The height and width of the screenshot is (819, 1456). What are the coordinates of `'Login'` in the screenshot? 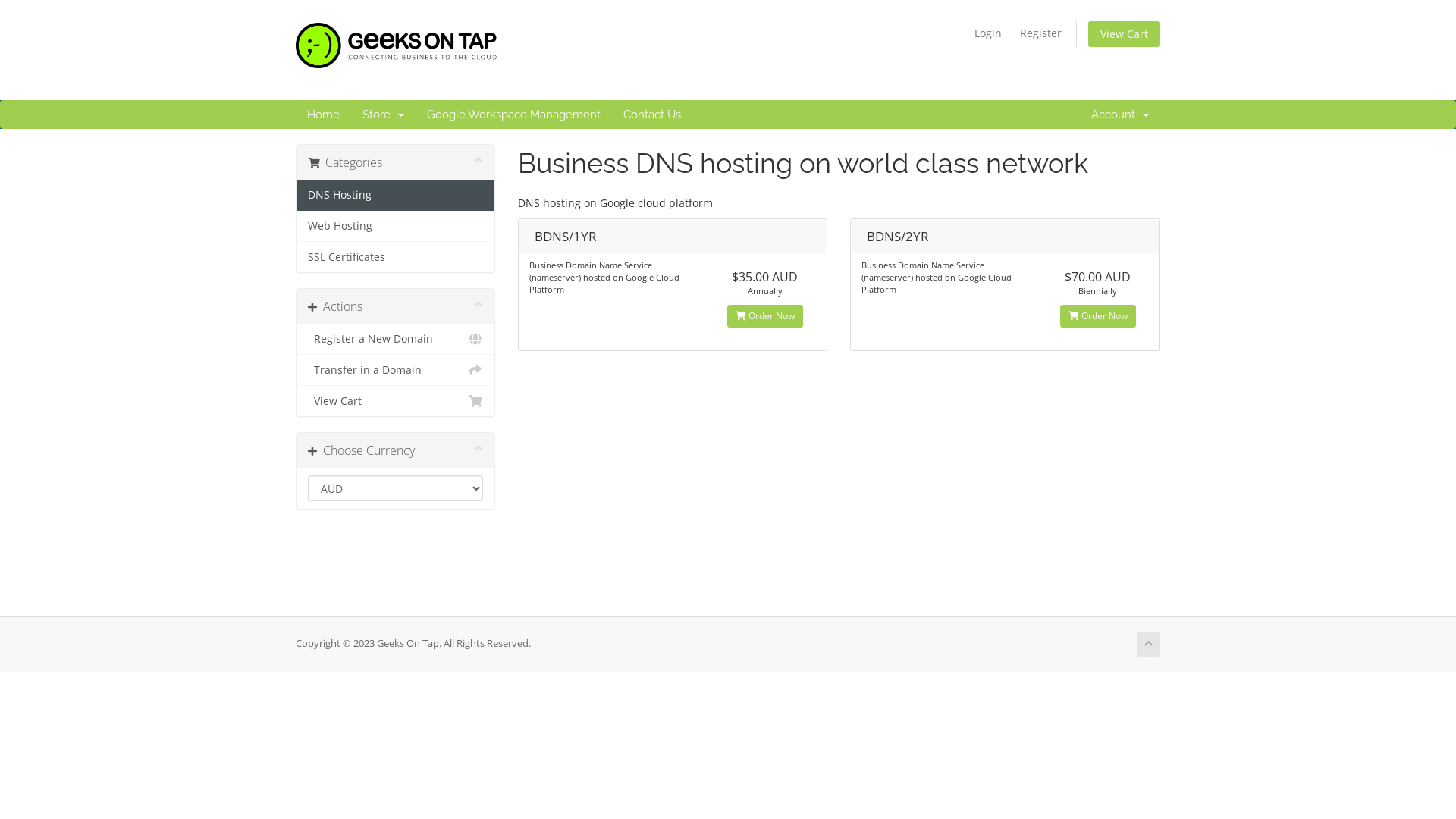 It's located at (966, 33).